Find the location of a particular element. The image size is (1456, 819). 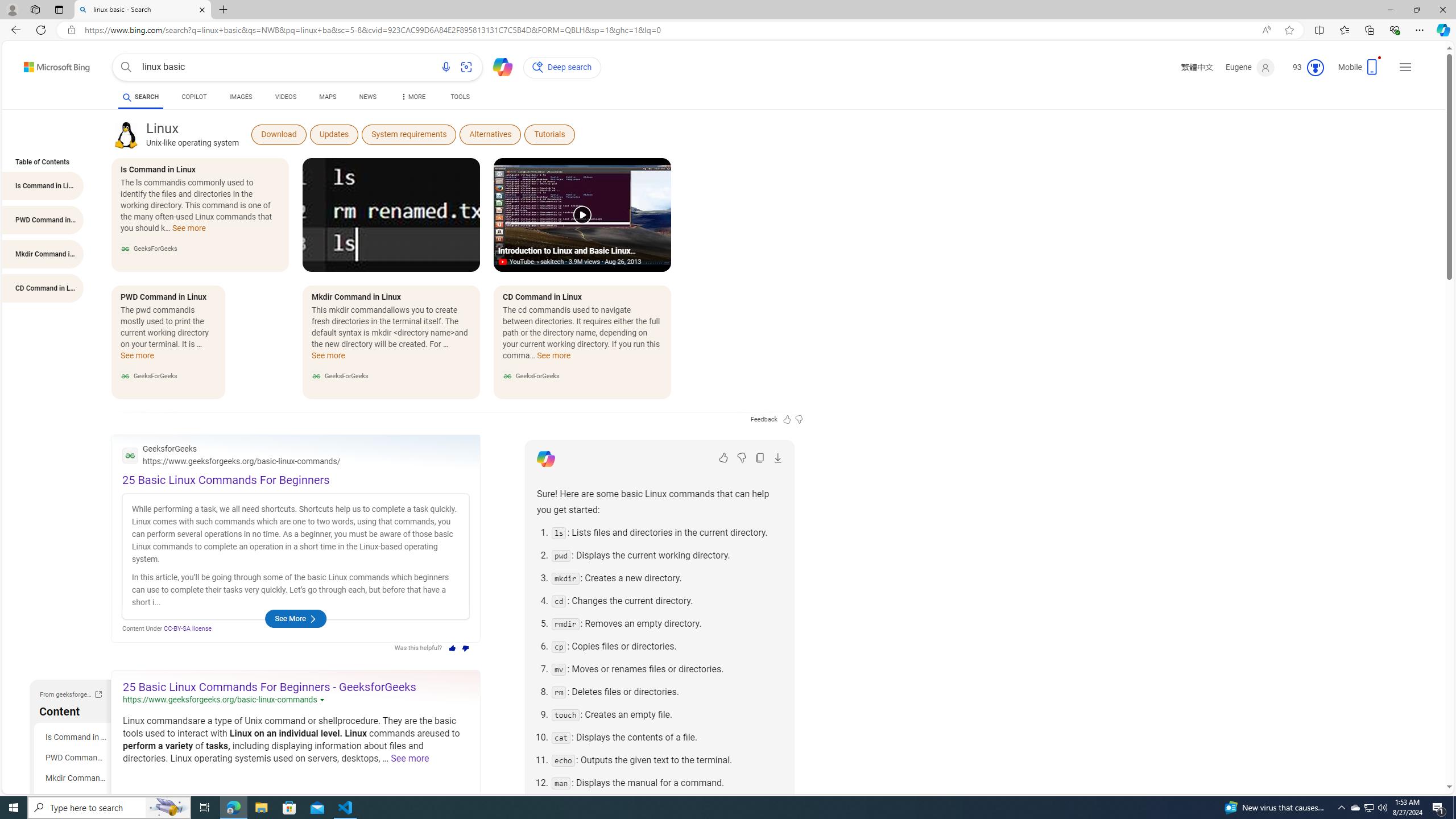

'MAPS' is located at coordinates (327, 98).